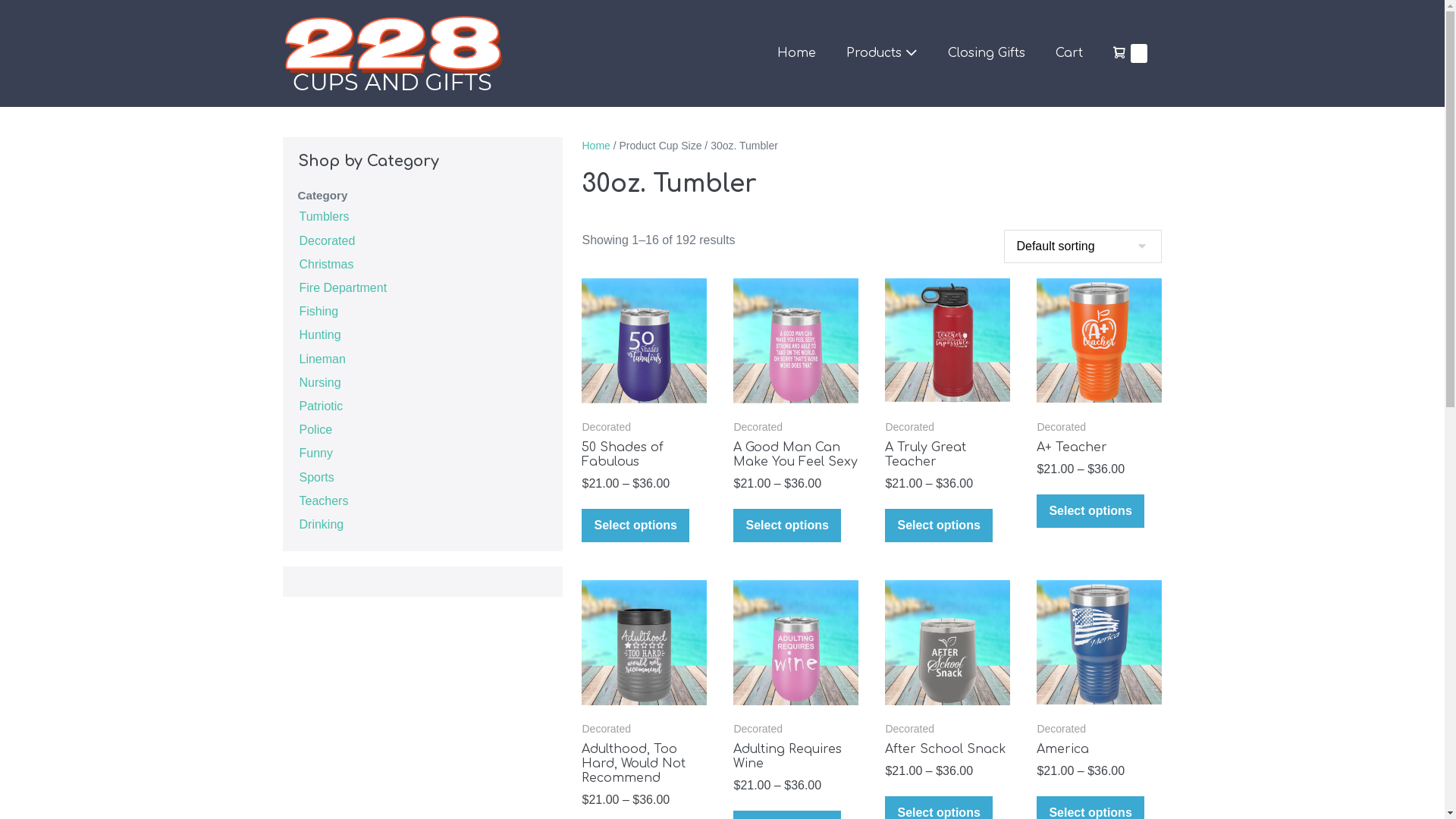 Image resolution: width=1456 pixels, height=819 pixels. Describe the element at coordinates (595, 146) in the screenshot. I see `'Home'` at that location.